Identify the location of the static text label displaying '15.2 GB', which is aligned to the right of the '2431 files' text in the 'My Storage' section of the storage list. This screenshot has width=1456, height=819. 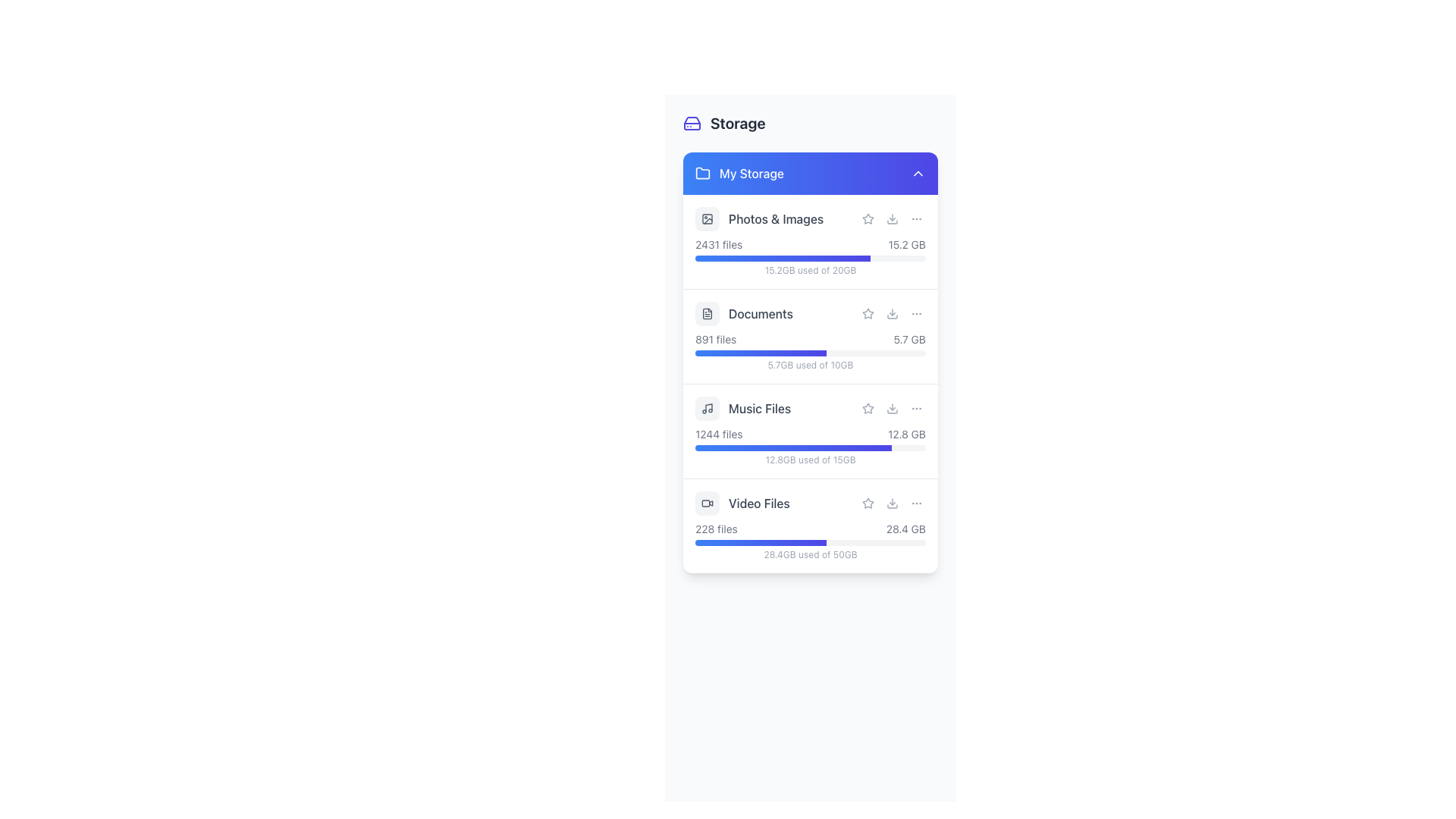
(907, 244).